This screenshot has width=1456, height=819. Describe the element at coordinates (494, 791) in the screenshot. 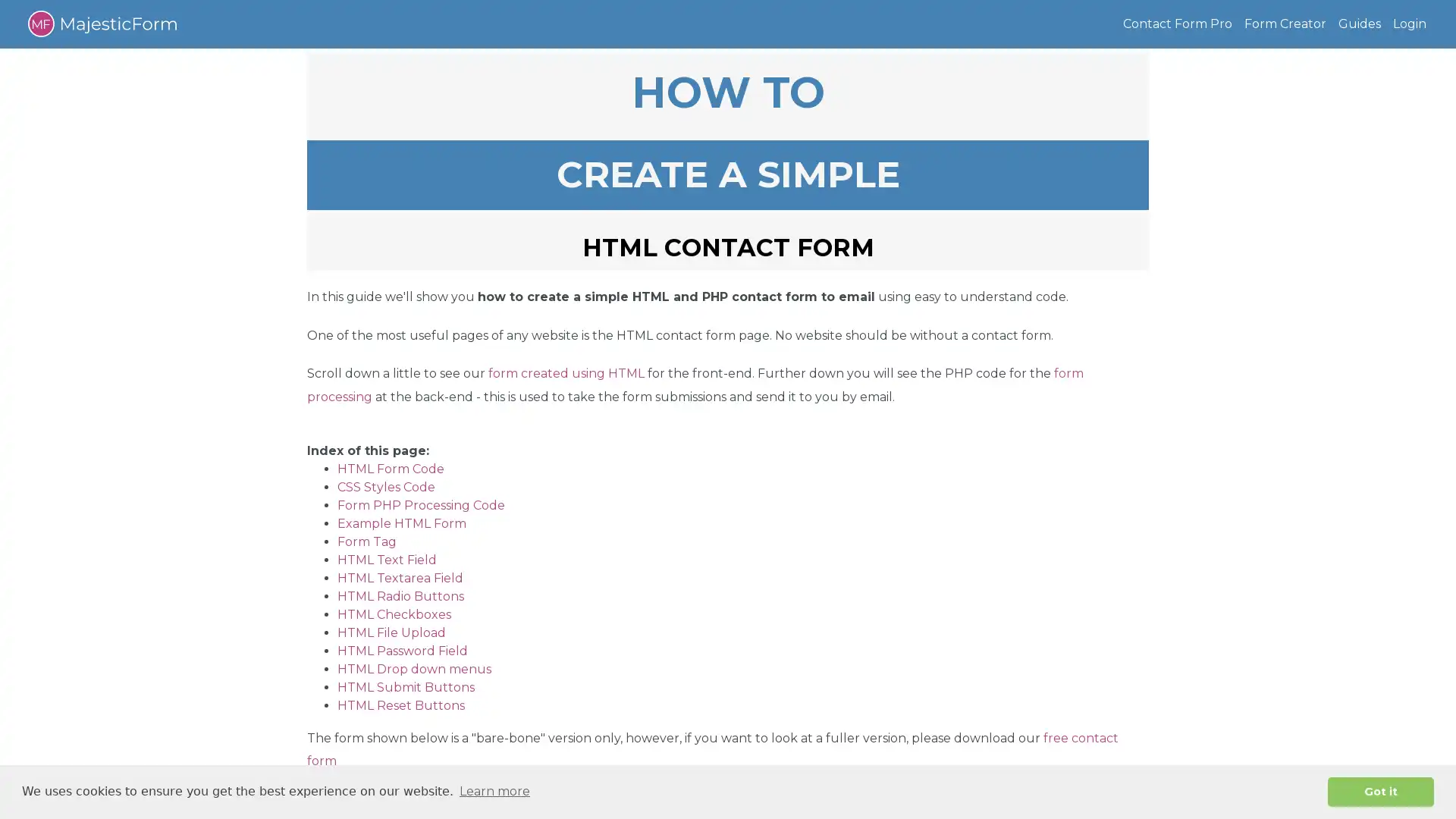

I see `learn more about cookies` at that location.